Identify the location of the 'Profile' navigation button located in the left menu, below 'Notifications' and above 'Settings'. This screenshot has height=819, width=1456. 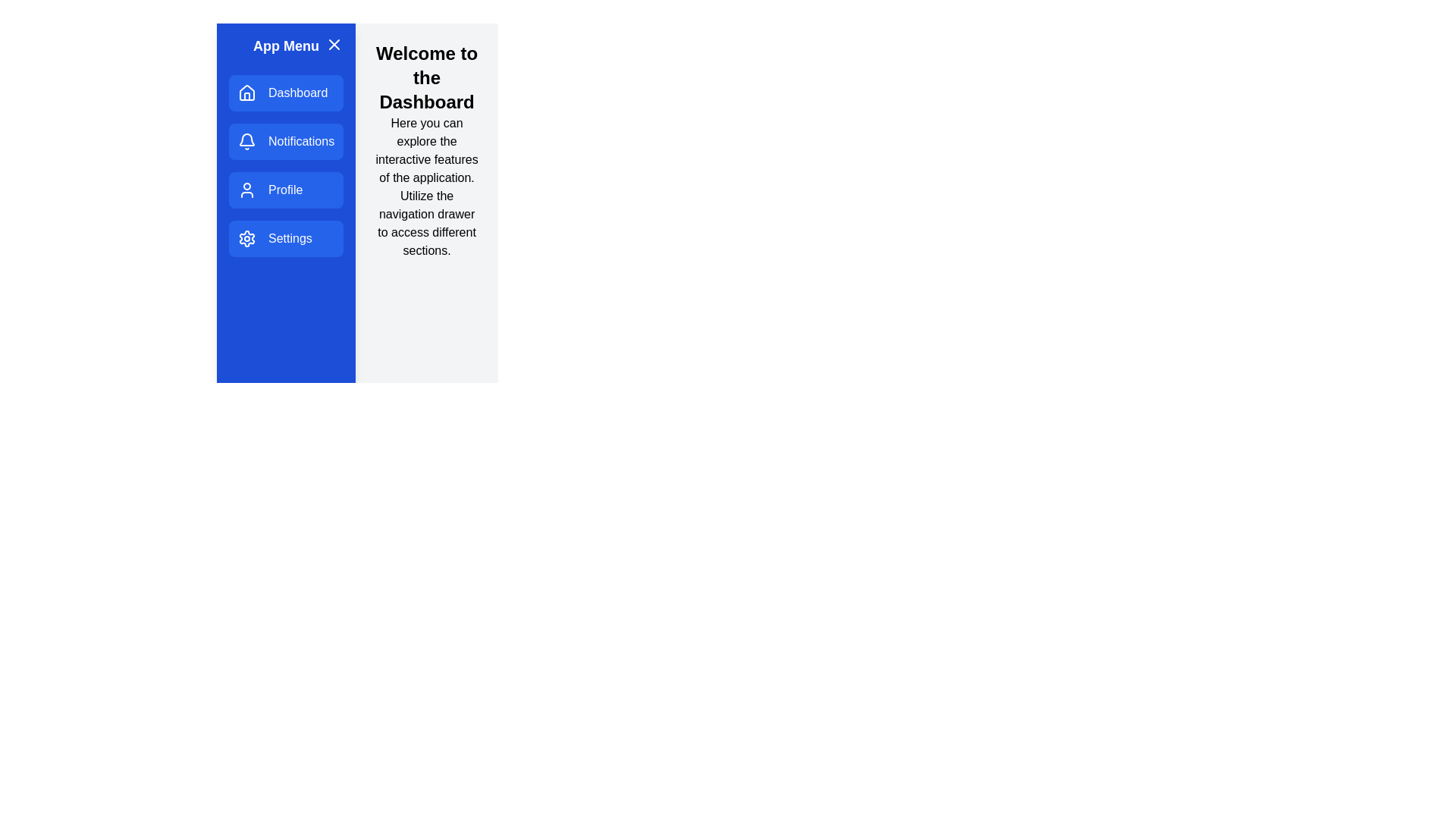
(285, 189).